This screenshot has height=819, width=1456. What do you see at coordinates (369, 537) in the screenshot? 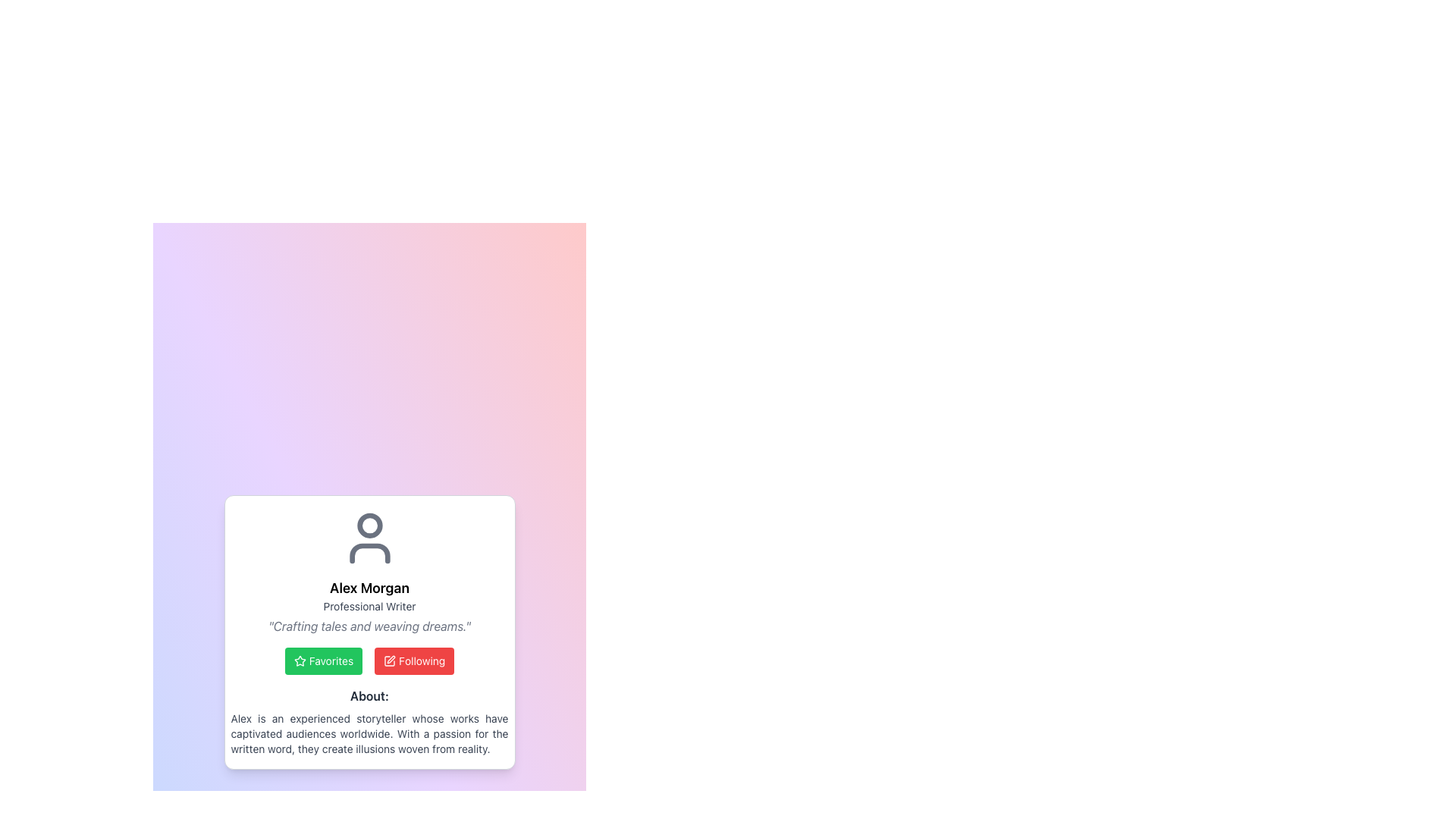
I see `the user account icon located in the upper central portion of the card, directly above the text 'Alex Morgan'` at bounding box center [369, 537].